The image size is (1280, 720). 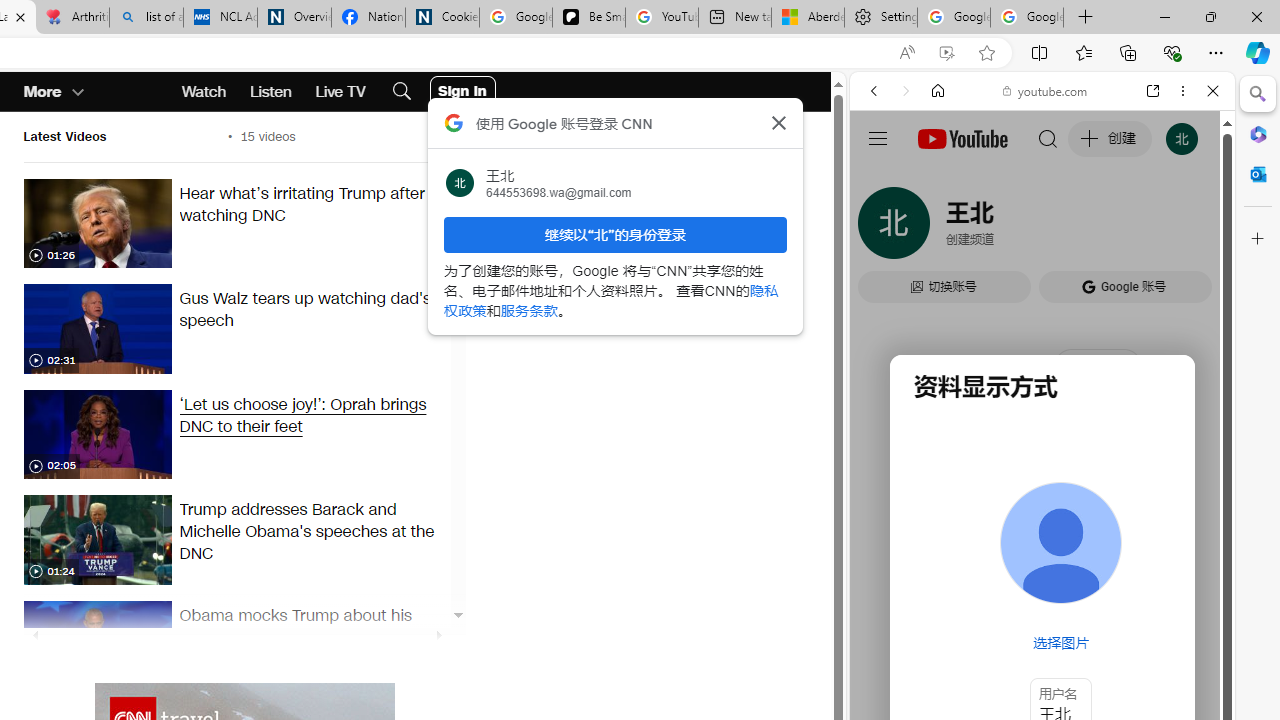 What do you see at coordinates (945, 52) in the screenshot?
I see `'Enhance video'` at bounding box center [945, 52].